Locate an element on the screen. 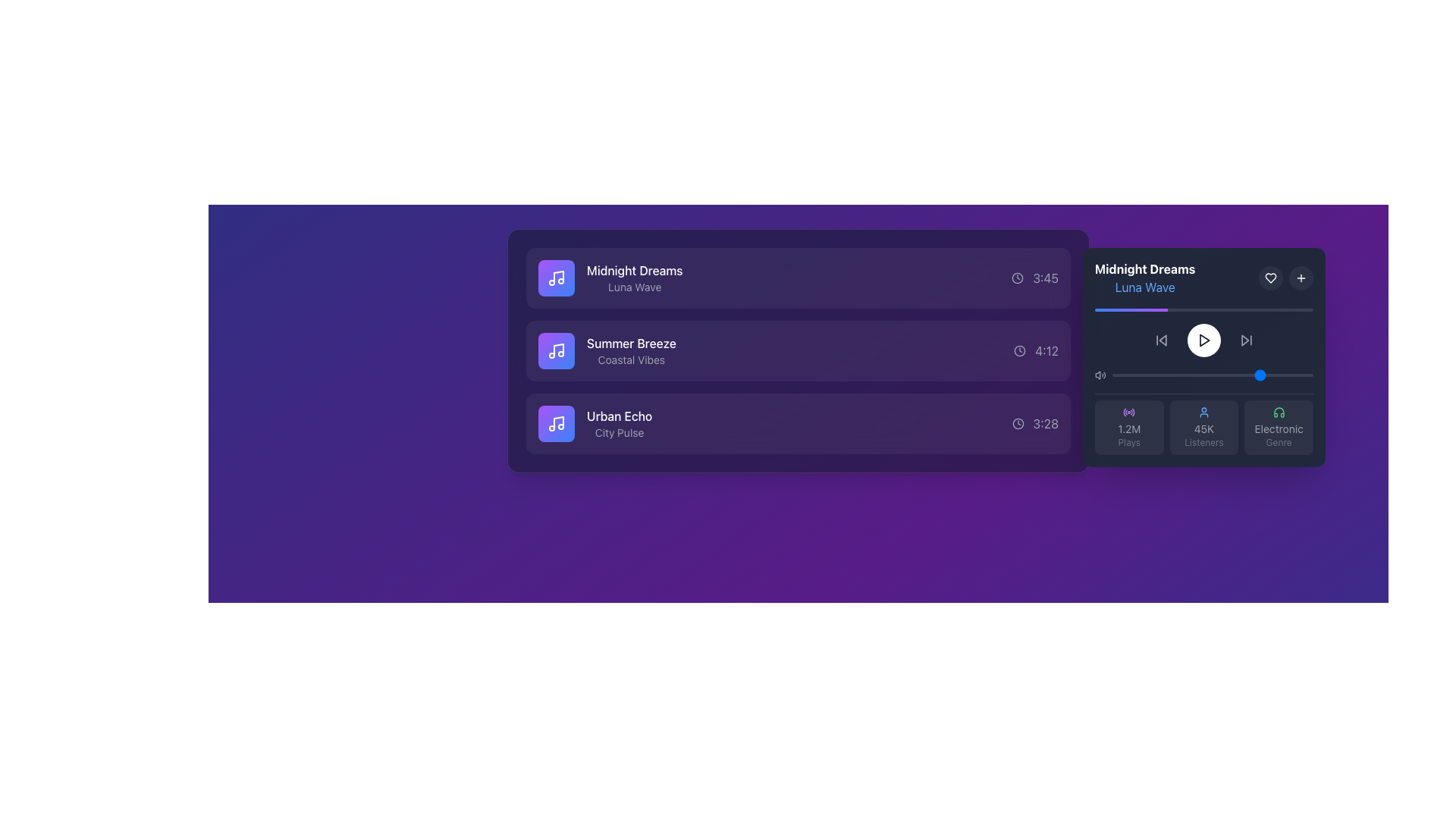  the text label reading 'Coastal Vibes', which is styled in light gray and positioned directly beneath 'Summer Breeze' in the list of musical items is located at coordinates (631, 359).